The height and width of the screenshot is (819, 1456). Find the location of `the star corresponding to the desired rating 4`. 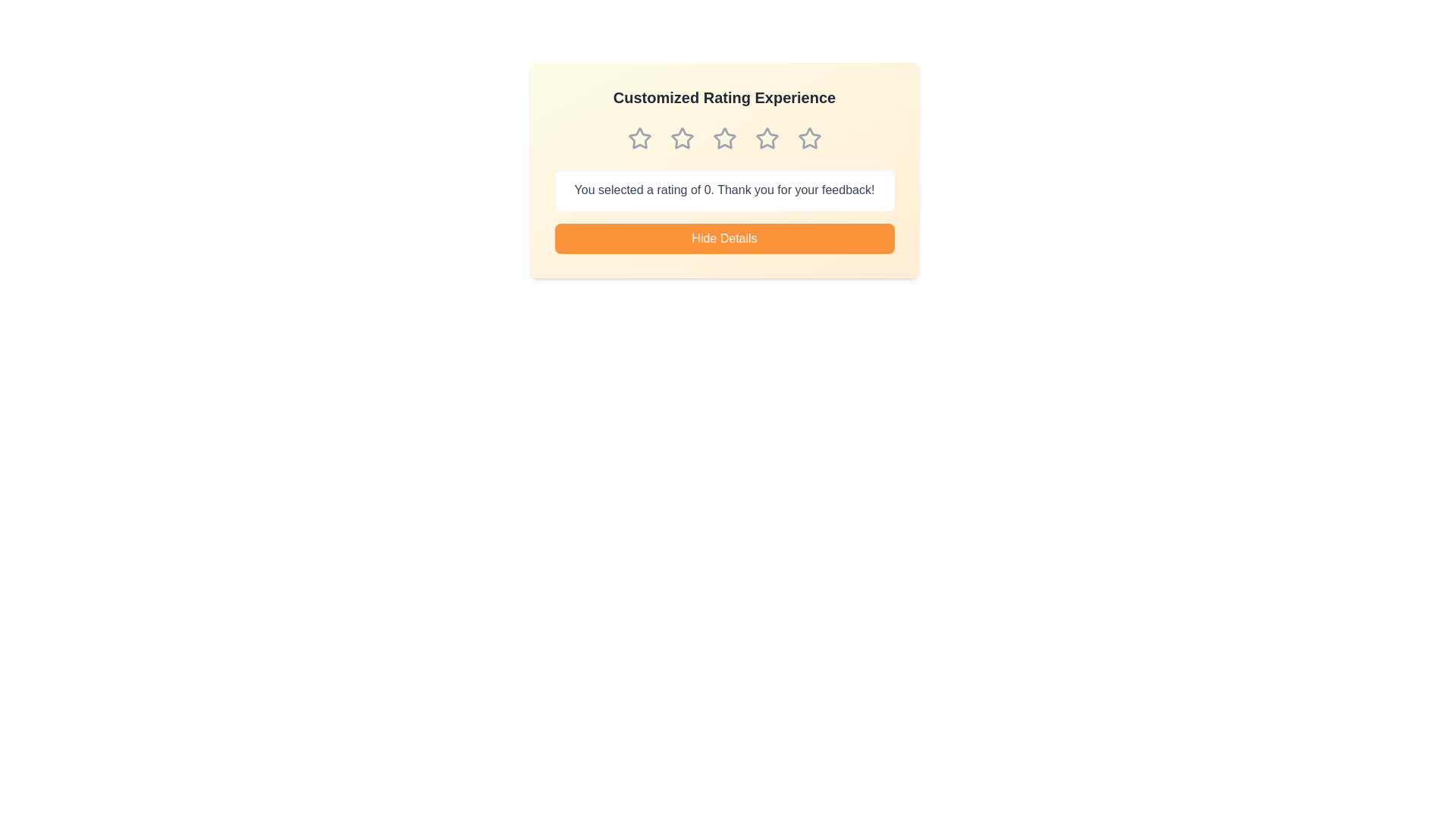

the star corresponding to the desired rating 4 is located at coordinates (767, 138).